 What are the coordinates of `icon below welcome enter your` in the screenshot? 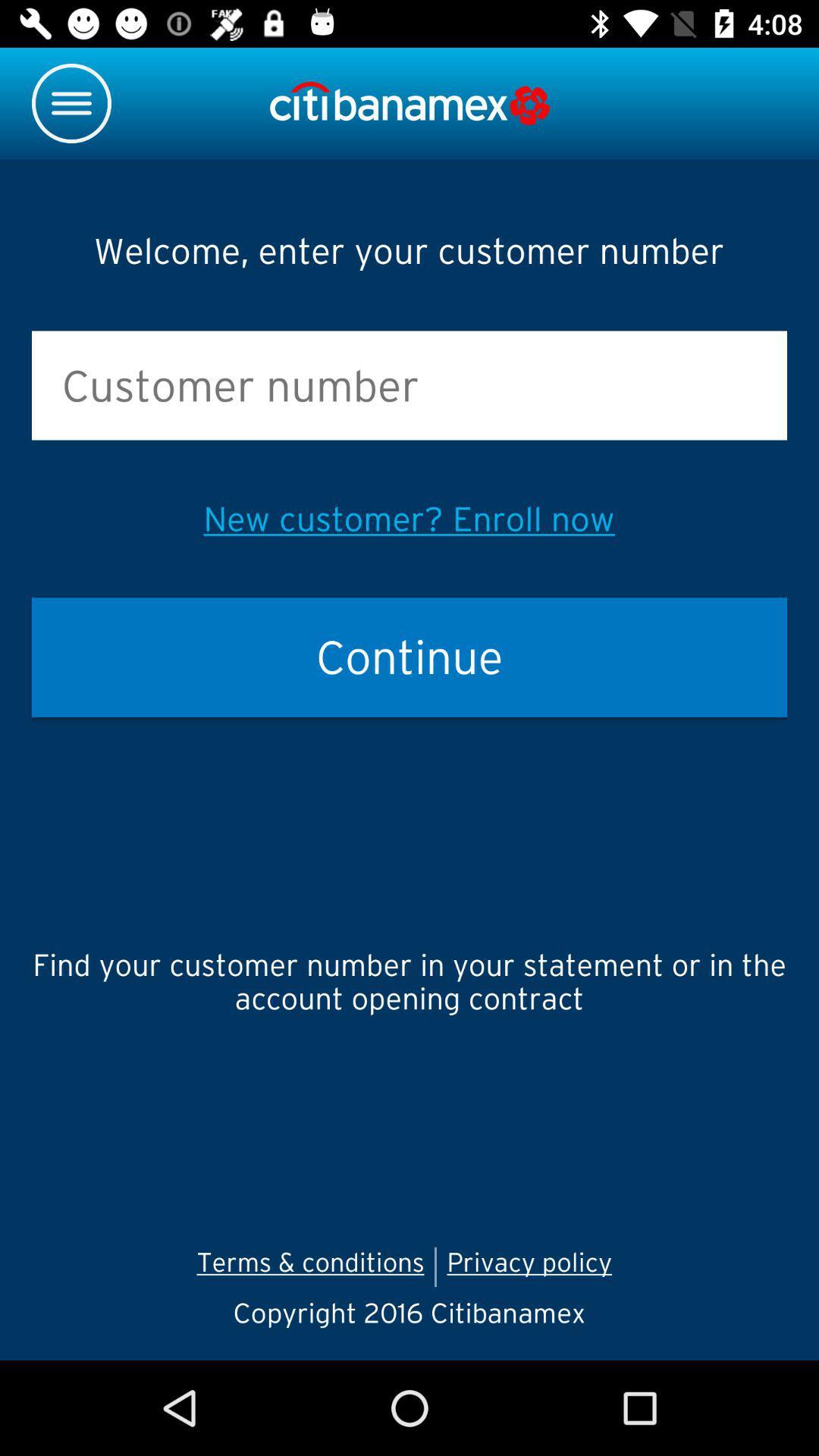 It's located at (409, 385).